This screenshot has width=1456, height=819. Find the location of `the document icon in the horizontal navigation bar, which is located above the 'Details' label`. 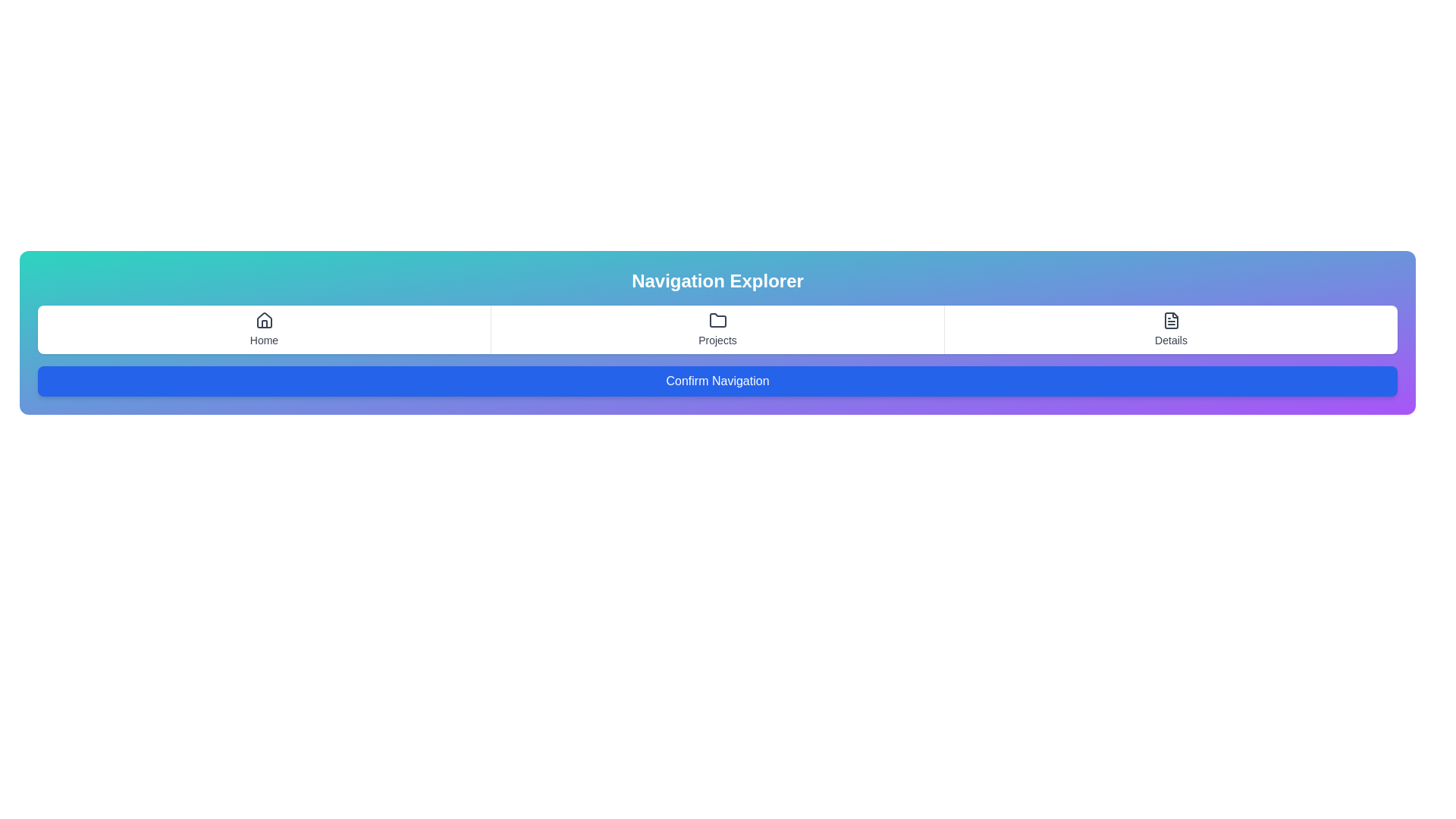

the document icon in the horizontal navigation bar, which is located above the 'Details' label is located at coordinates (1170, 320).